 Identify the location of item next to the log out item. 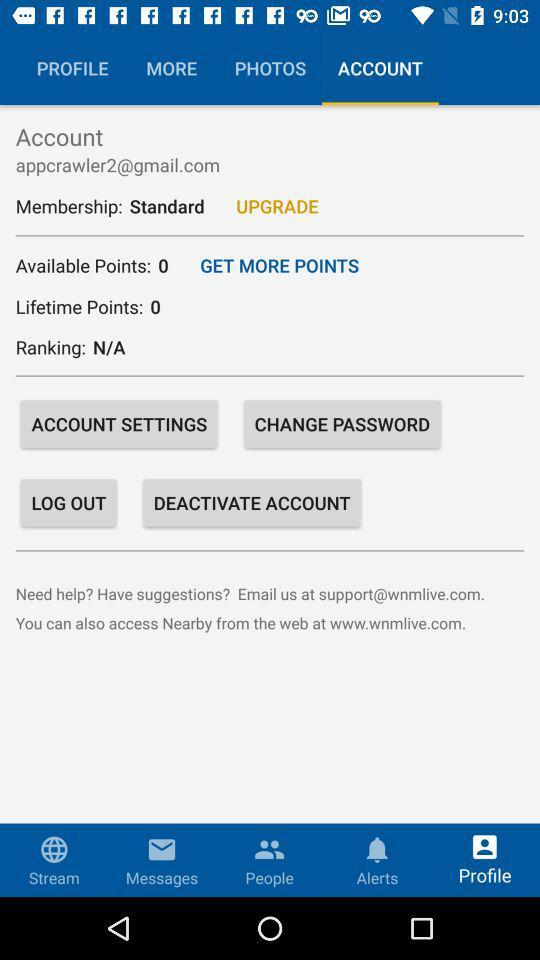
(252, 501).